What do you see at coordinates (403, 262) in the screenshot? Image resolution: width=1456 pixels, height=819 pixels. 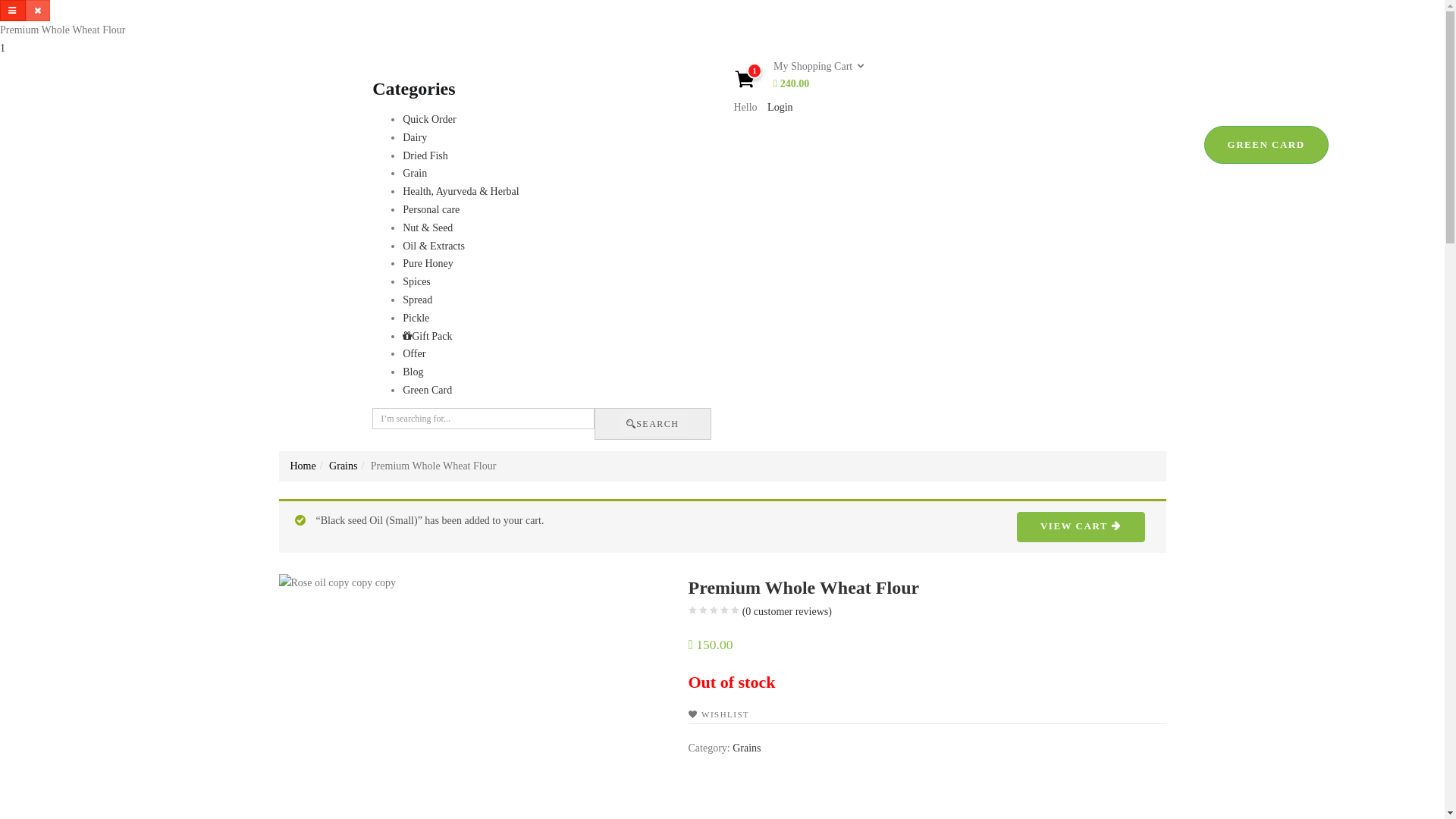 I see `'Pure Honey'` at bounding box center [403, 262].